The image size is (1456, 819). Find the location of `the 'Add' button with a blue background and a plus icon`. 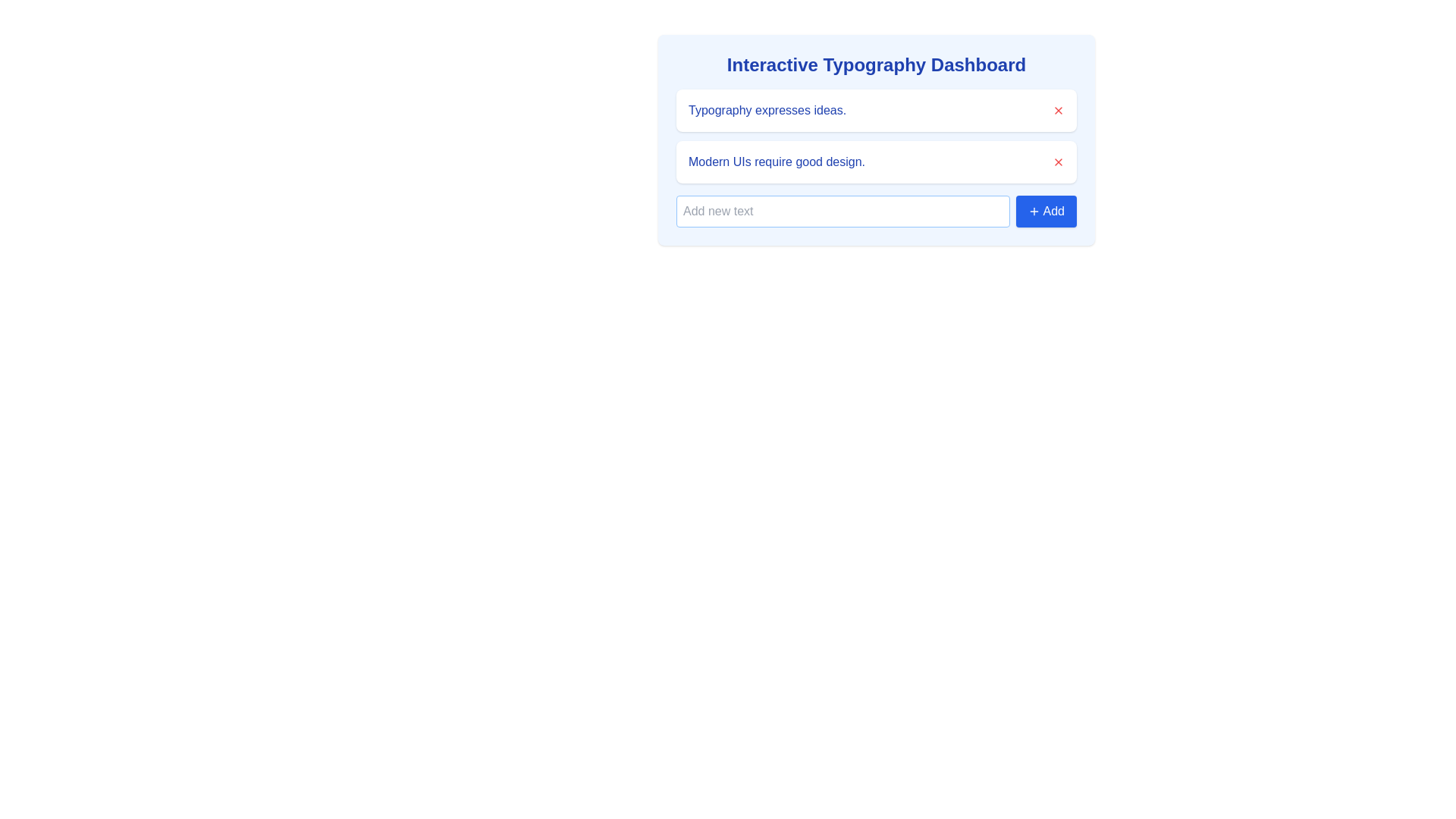

the 'Add' button with a blue background and a plus icon is located at coordinates (1045, 211).